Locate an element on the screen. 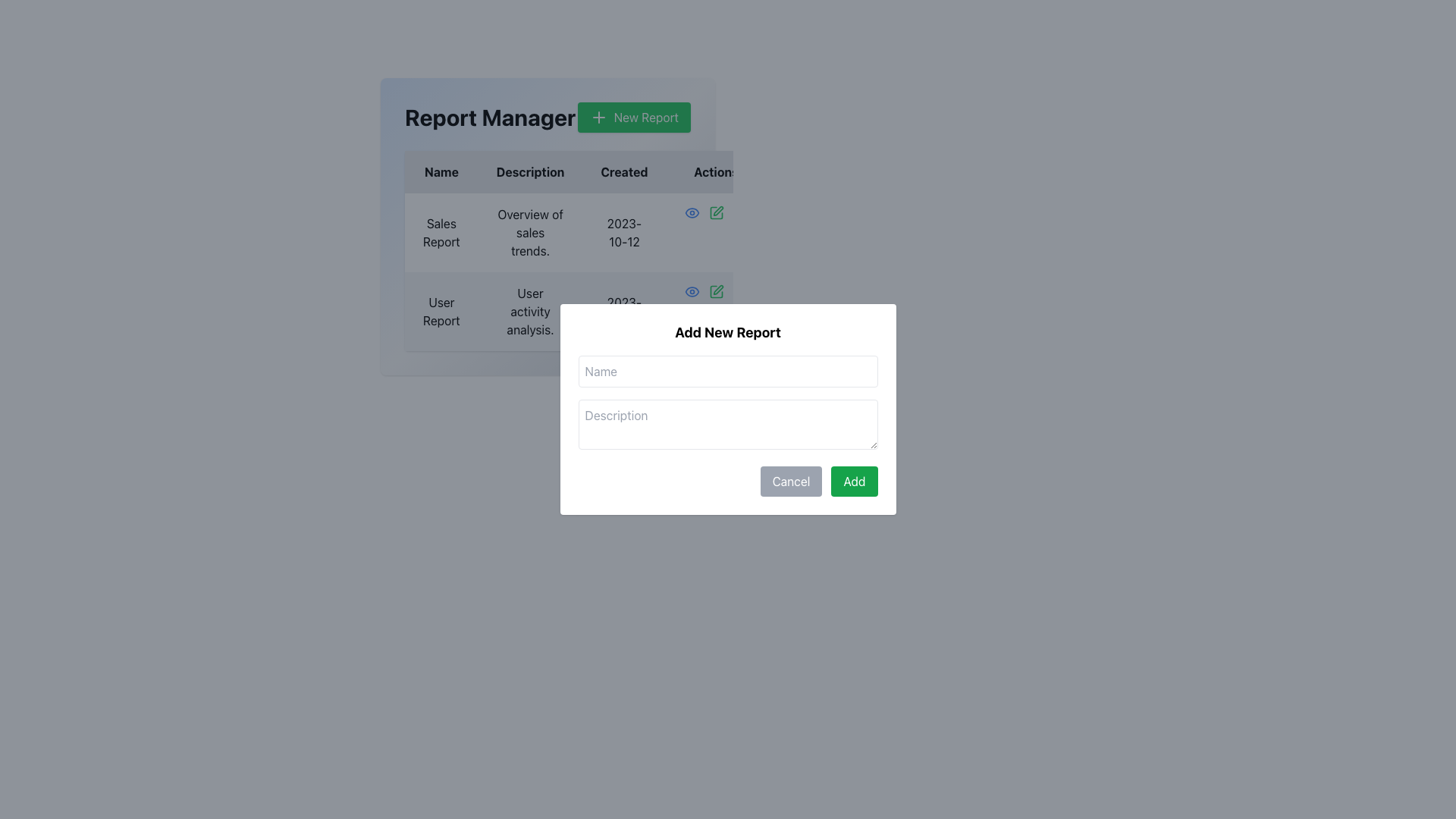 Image resolution: width=1456 pixels, height=819 pixels. the 'Add' button located at the bottom right of the modal dialog to observe the hover effects is located at coordinates (855, 482).